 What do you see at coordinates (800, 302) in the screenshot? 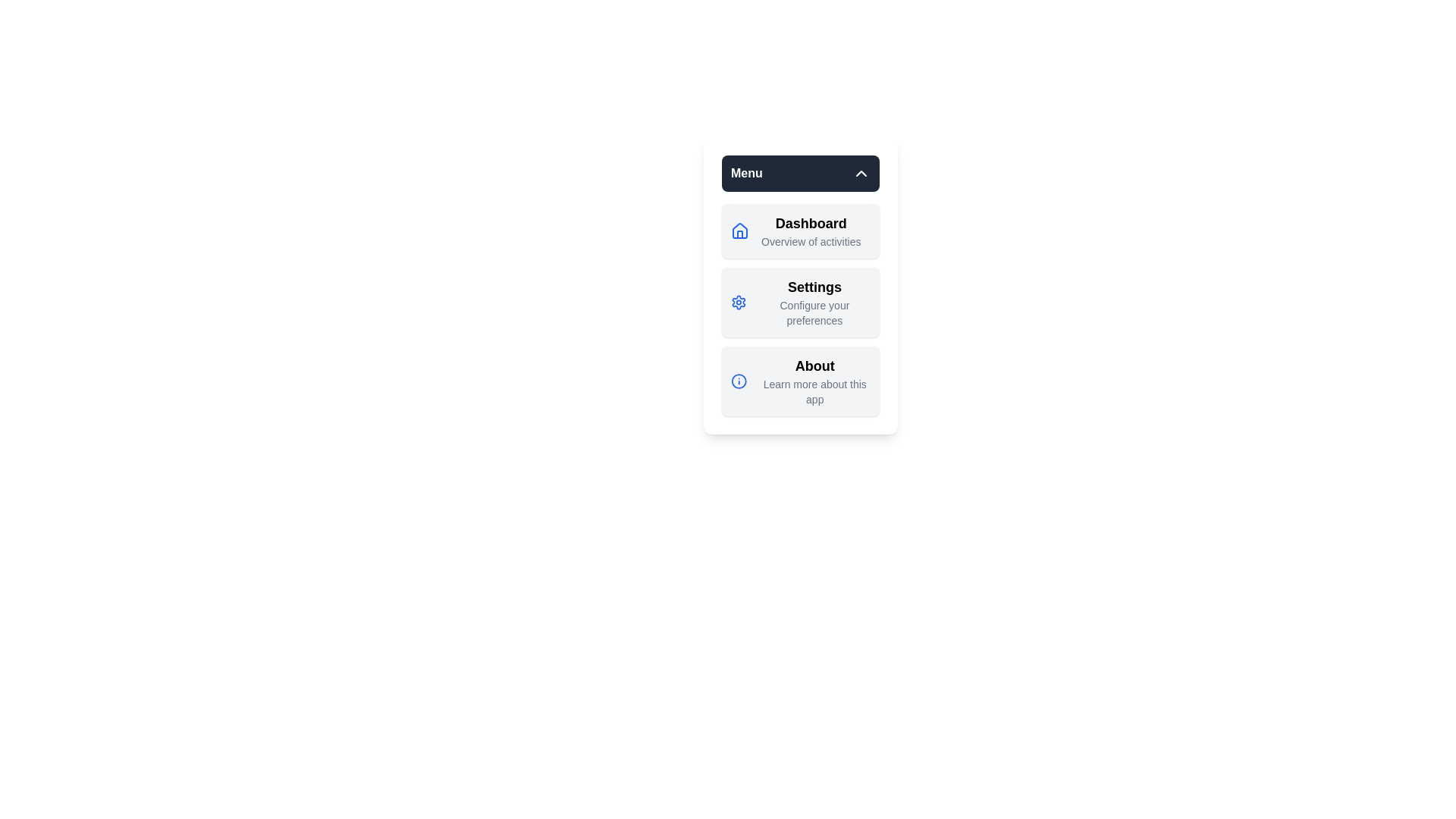
I see `the menu item Settings to observe its hover effect` at bounding box center [800, 302].